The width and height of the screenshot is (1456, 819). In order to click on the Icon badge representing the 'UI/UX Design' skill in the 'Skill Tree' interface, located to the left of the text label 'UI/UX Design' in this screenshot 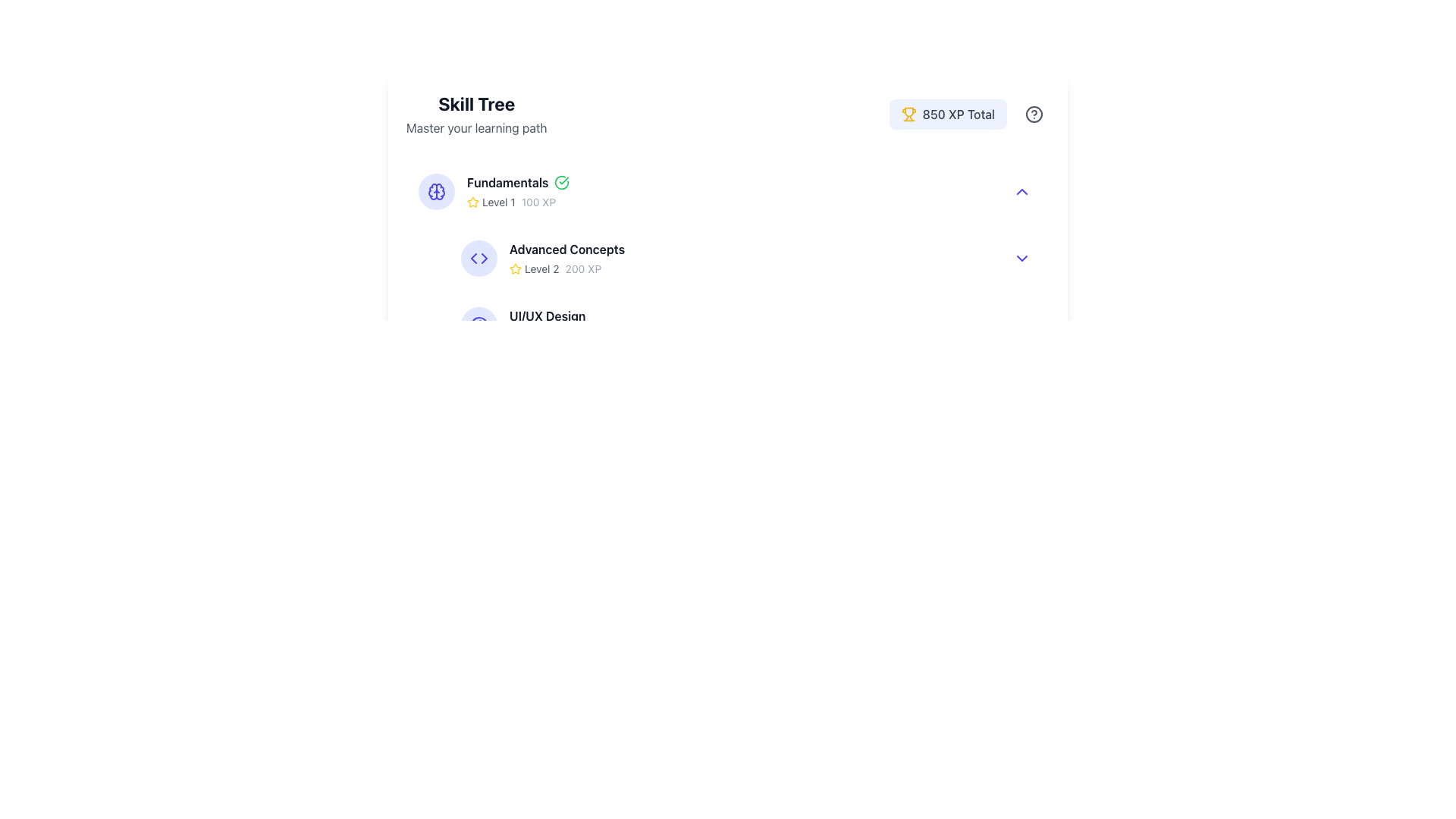, I will do `click(479, 324)`.